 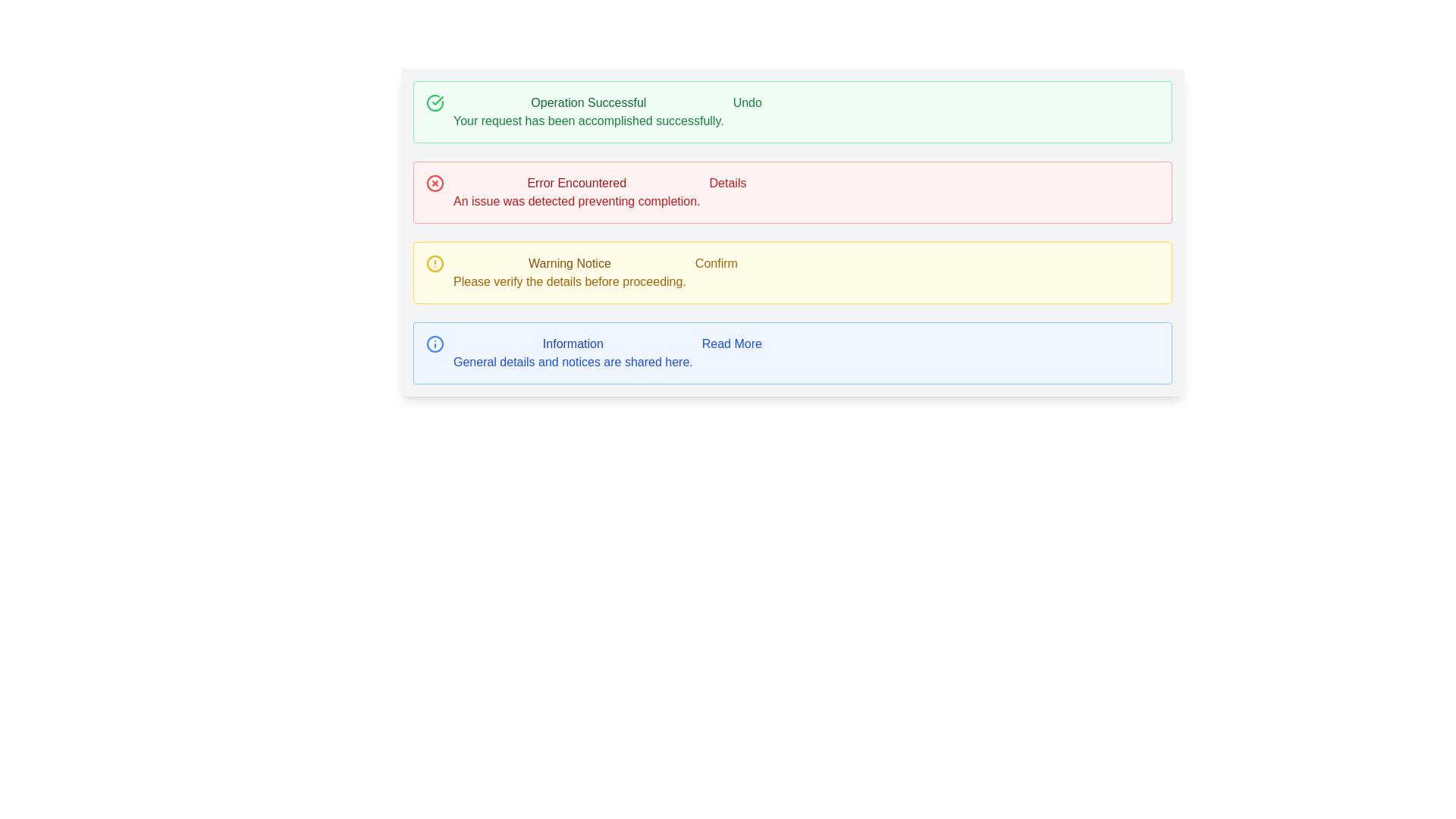 What do you see at coordinates (728, 183) in the screenshot?
I see `the hyperlink styled as a text label located within the red 'Error Encountered' notification box` at bounding box center [728, 183].